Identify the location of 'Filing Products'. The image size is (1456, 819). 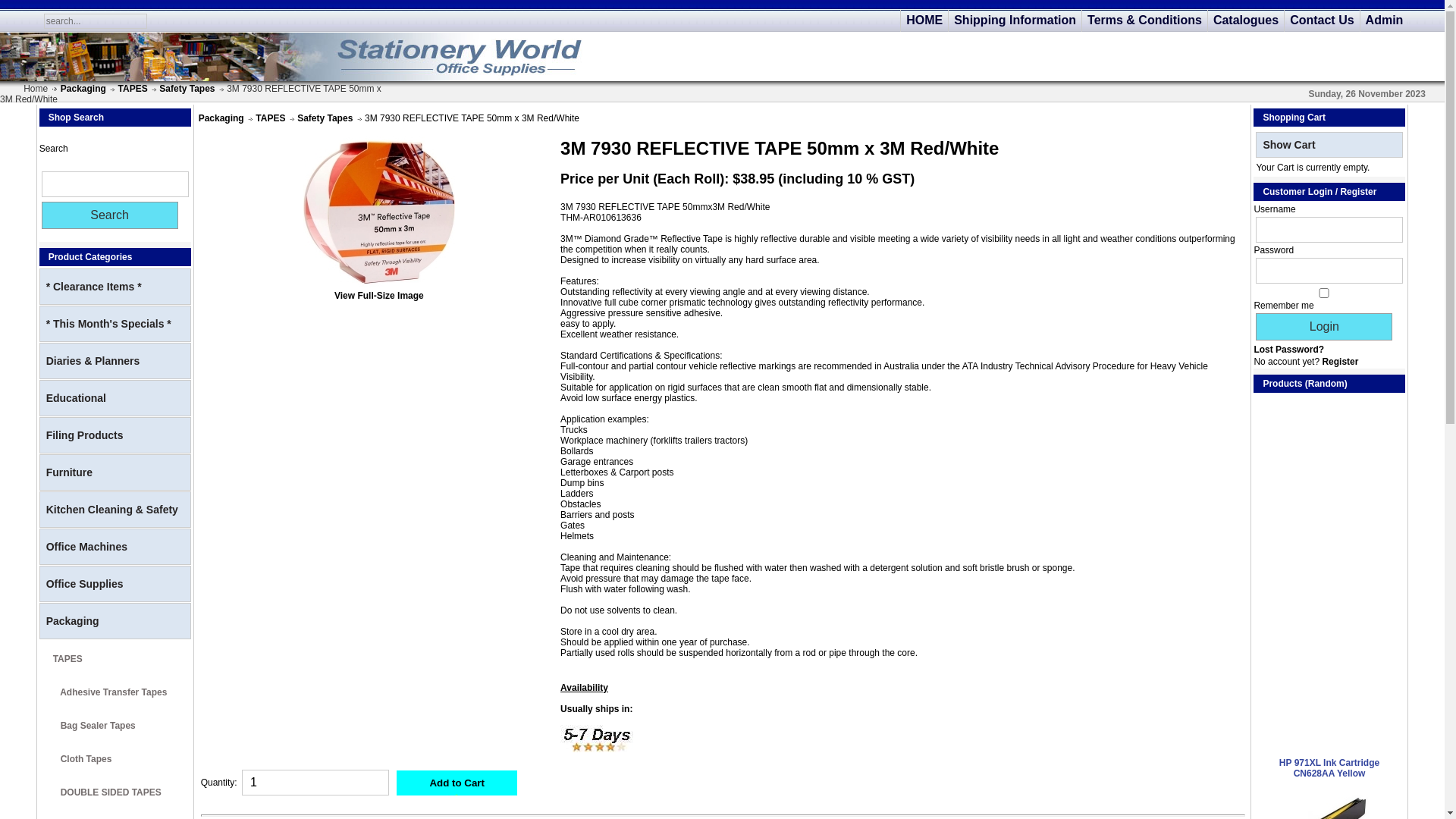
(115, 435).